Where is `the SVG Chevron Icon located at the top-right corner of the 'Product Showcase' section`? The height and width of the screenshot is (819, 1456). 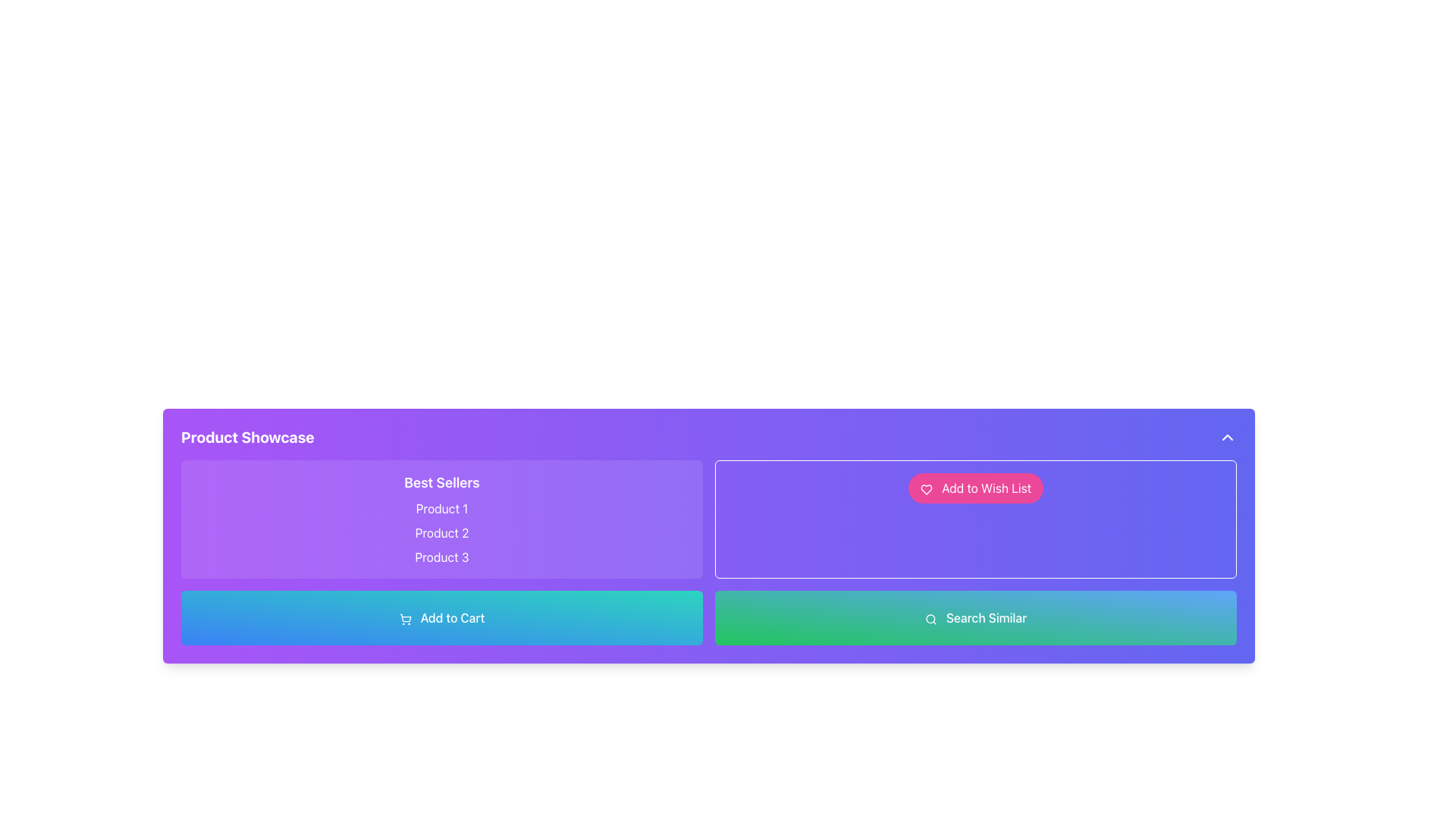 the SVG Chevron Icon located at the top-right corner of the 'Product Showcase' section is located at coordinates (1227, 438).